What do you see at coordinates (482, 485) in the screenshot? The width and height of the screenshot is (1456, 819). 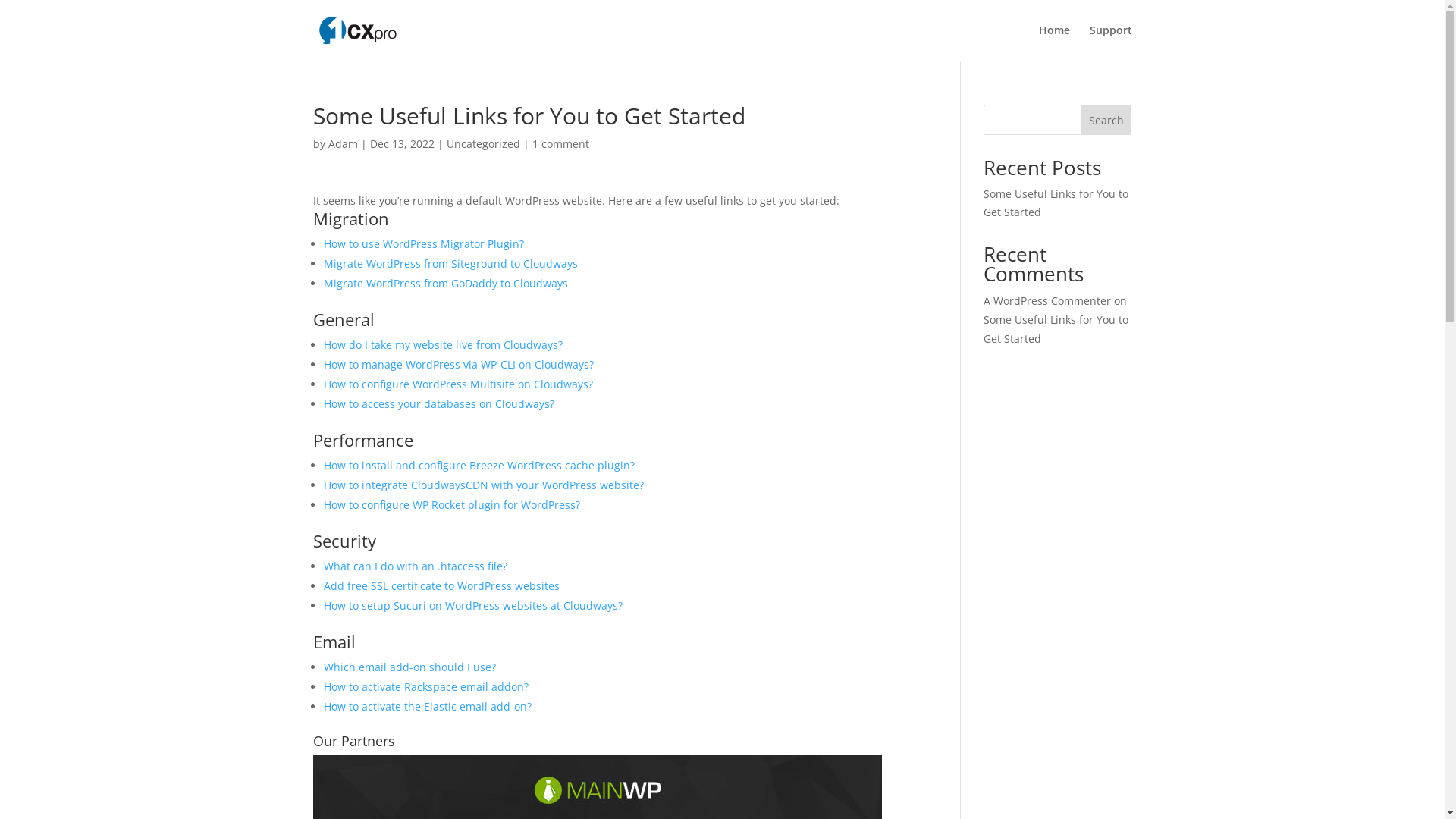 I see `'How to integrate CloudwaysCDN with your WordPress website?'` at bounding box center [482, 485].